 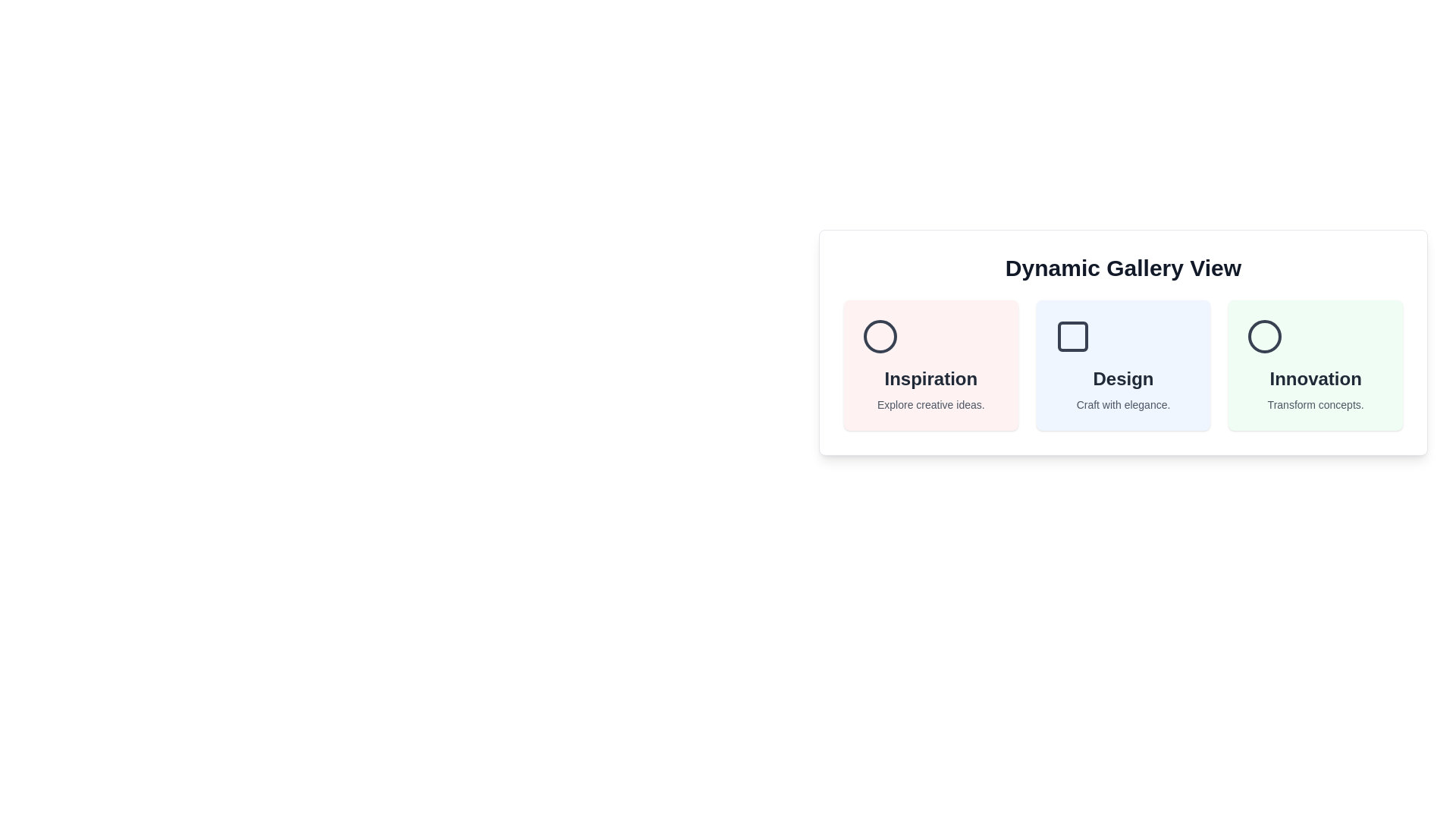 What do you see at coordinates (930, 366) in the screenshot?
I see `the leftmost Card that provides information on inspiration, which serves as a navigation option or section header within the interface` at bounding box center [930, 366].